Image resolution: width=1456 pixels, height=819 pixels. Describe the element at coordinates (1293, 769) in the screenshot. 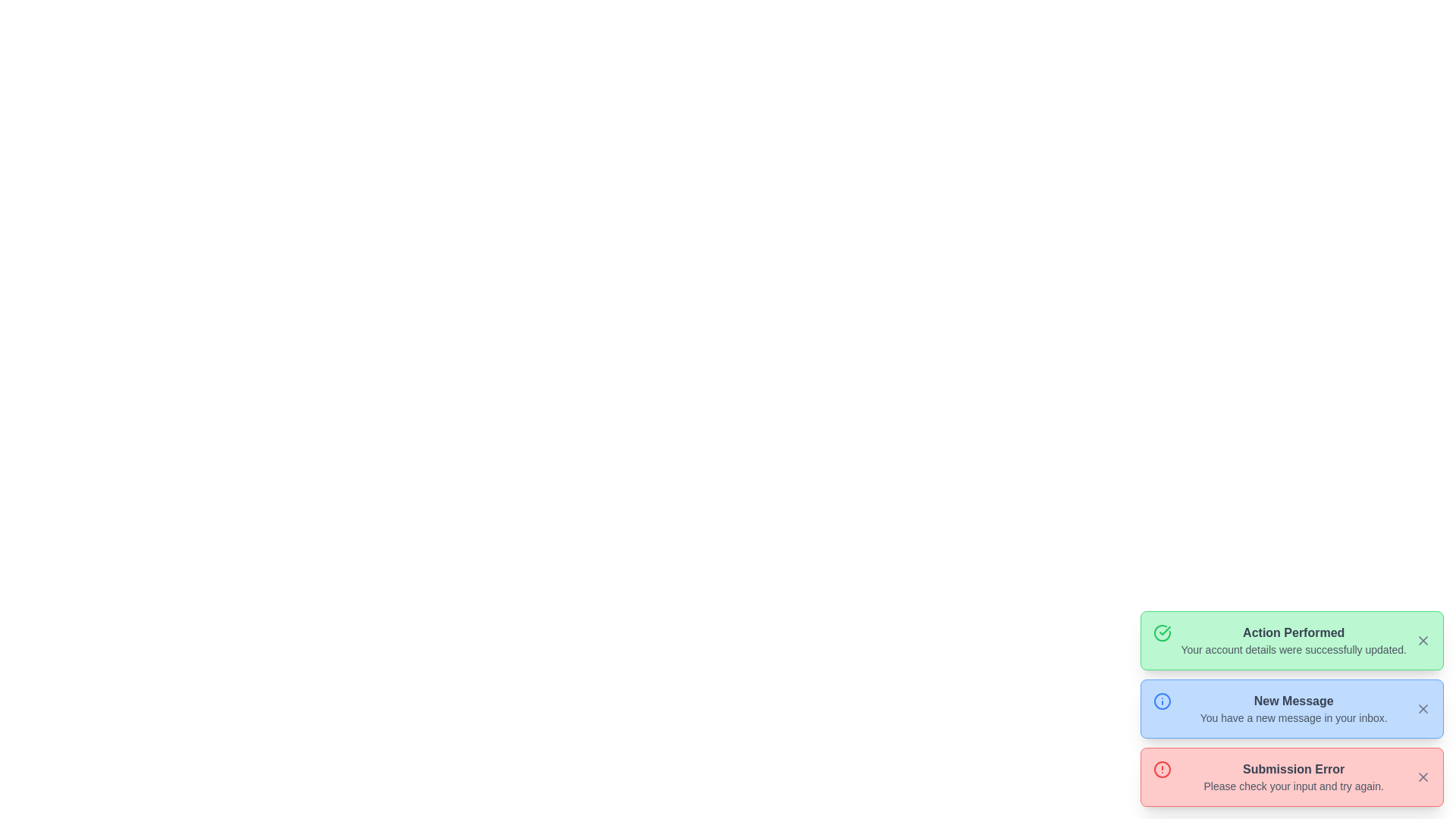

I see `the text label element displaying 'Submission Error', which is located at the bottom of the notification-style card on a pink background` at that location.